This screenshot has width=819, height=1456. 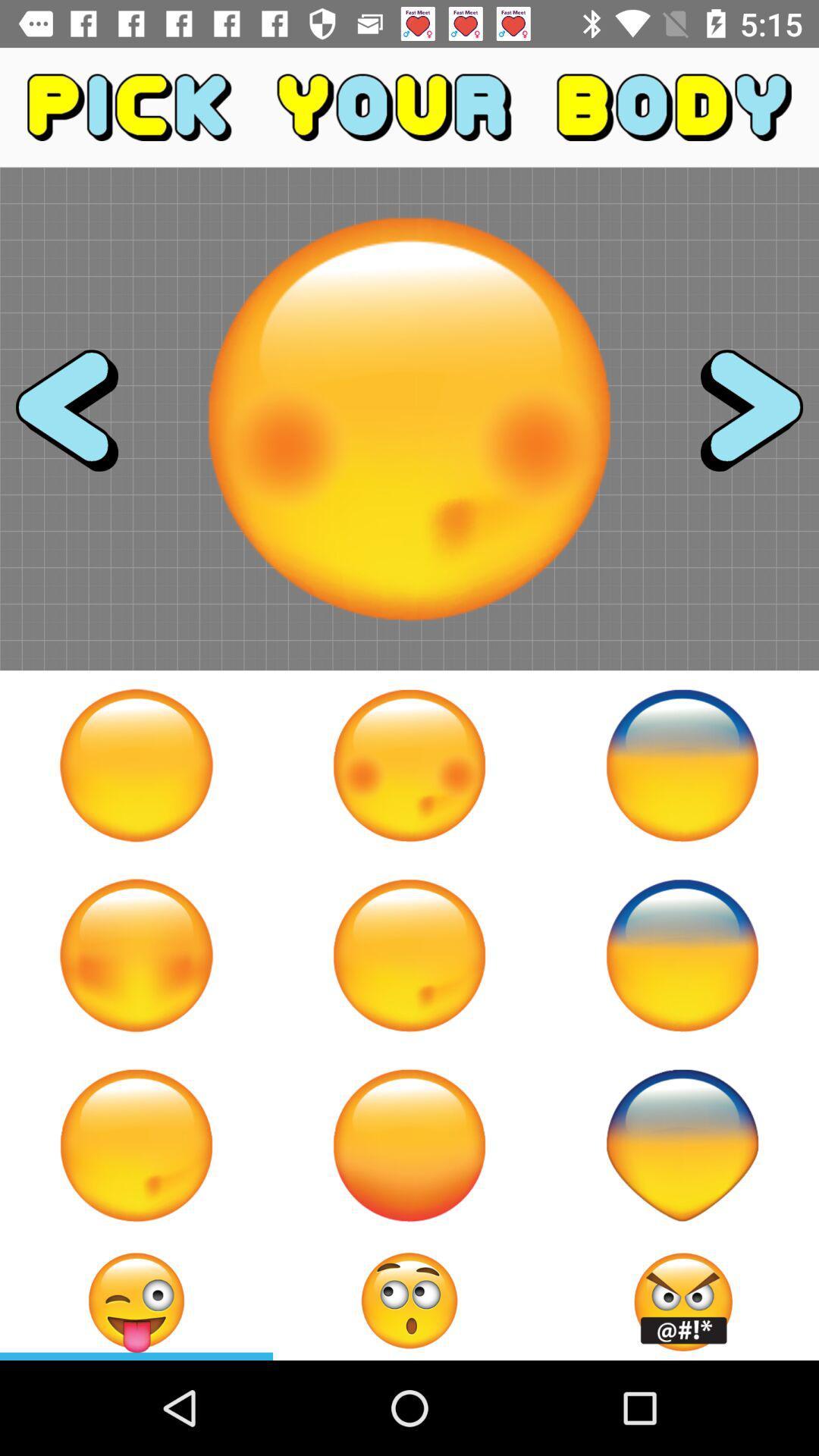 What do you see at coordinates (409, 1300) in the screenshot?
I see `expression menu` at bounding box center [409, 1300].